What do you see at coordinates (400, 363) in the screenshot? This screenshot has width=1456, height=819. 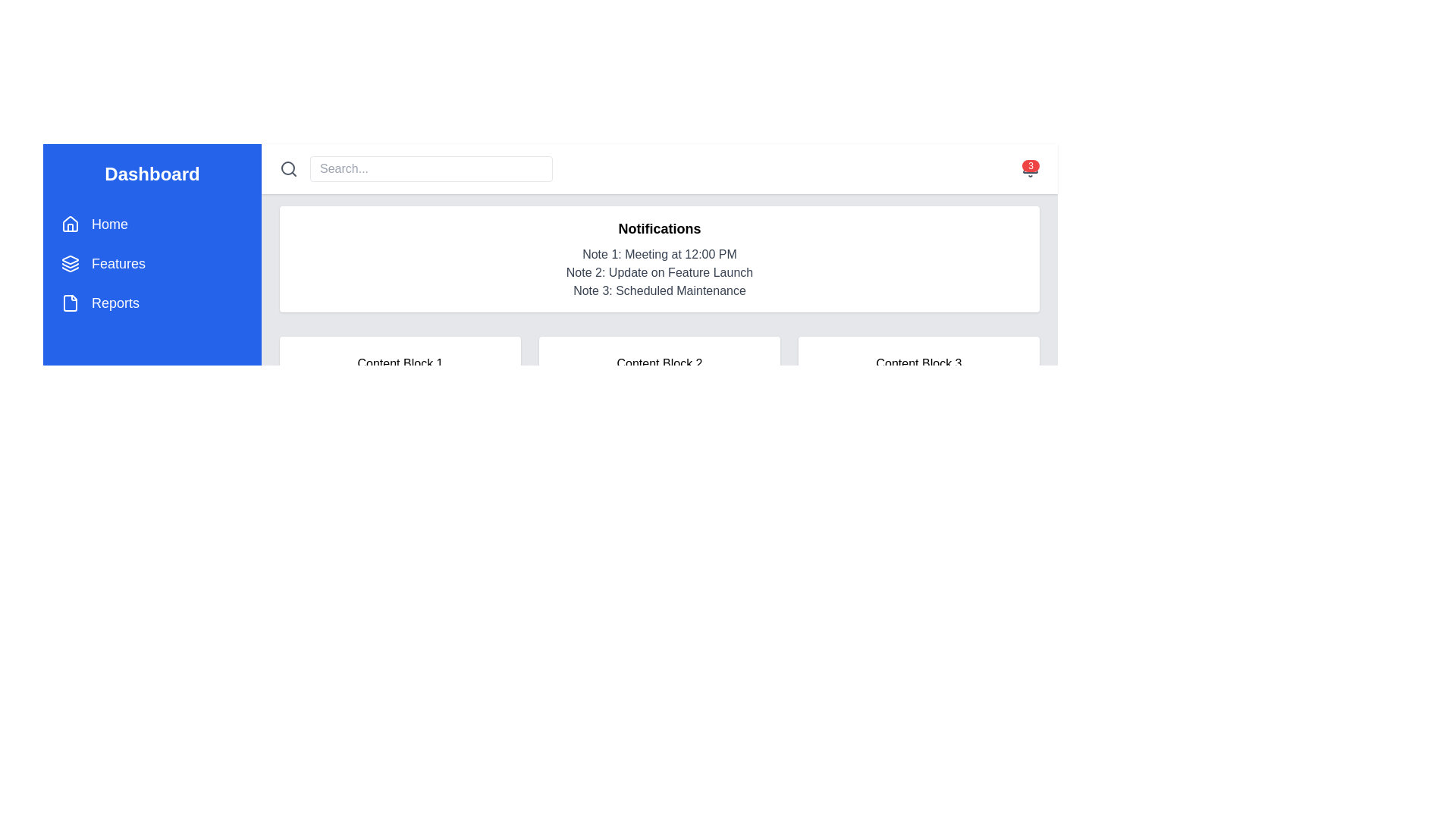 I see `the Content card with the text 'Content Block 1', which is a rectangular block with a white background and rounded corners, positioned at the top-left of the central content area` at bounding box center [400, 363].